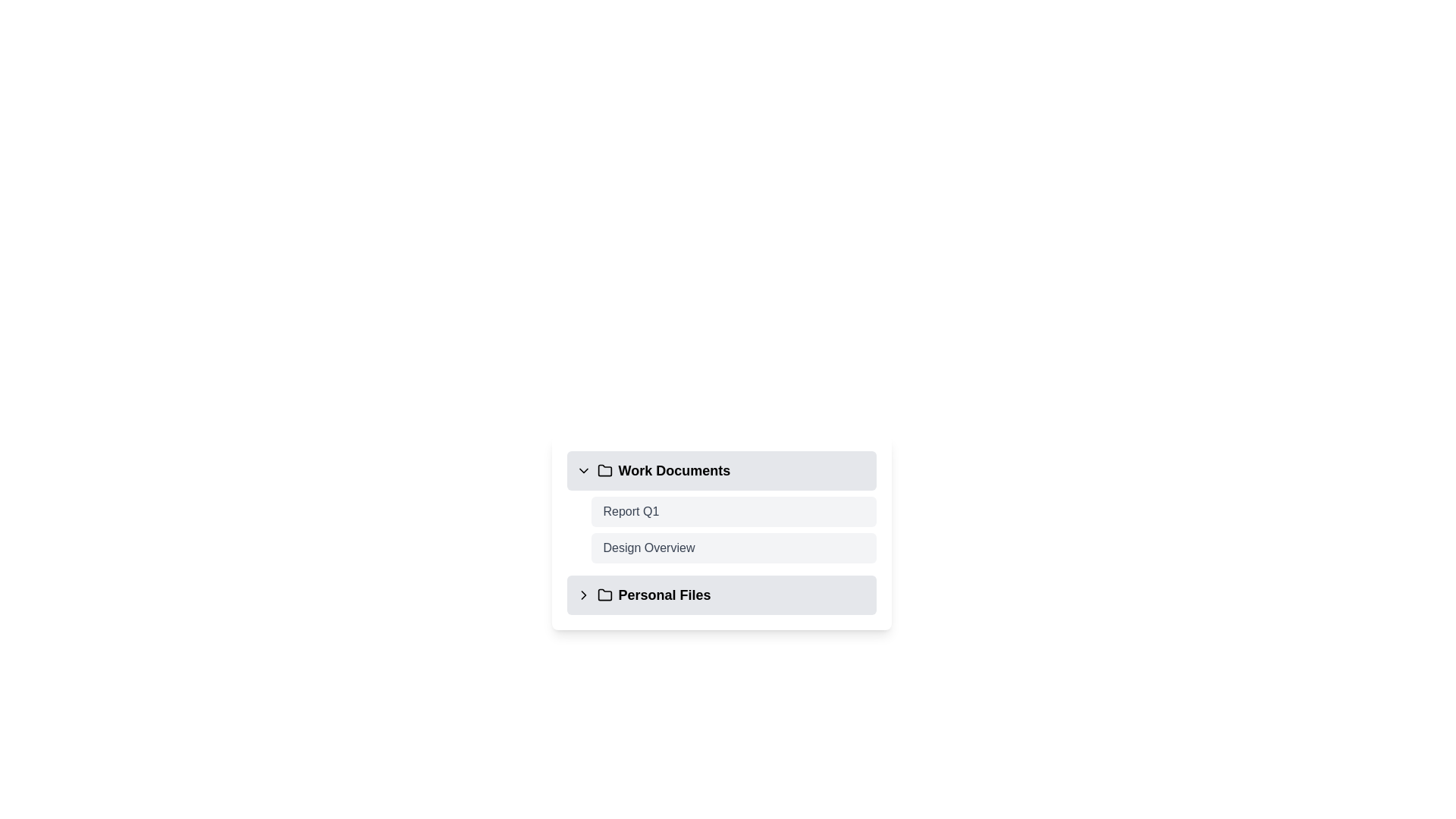 The width and height of the screenshot is (1456, 819). I want to click on the folder icon located next to the text 'Personal Files' in the gray-highlighted section labeled 'Personal Files', so click(604, 595).